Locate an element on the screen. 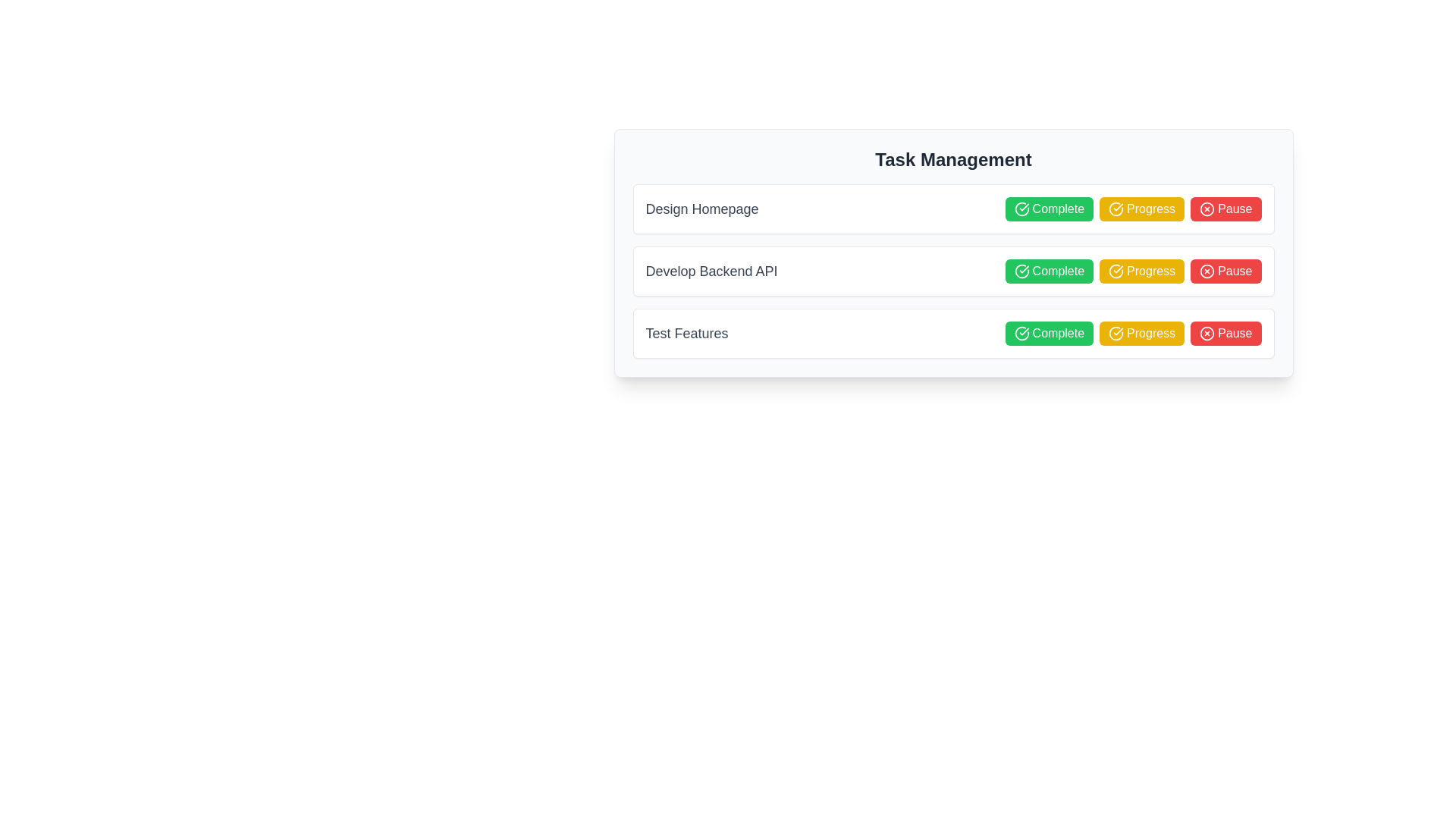  the confirmation icon located within the green 'Complete' button, to the left of the text label 'Complete', in the first row under the 'Design Homepage' task to include it in the view is located at coordinates (1021, 209).